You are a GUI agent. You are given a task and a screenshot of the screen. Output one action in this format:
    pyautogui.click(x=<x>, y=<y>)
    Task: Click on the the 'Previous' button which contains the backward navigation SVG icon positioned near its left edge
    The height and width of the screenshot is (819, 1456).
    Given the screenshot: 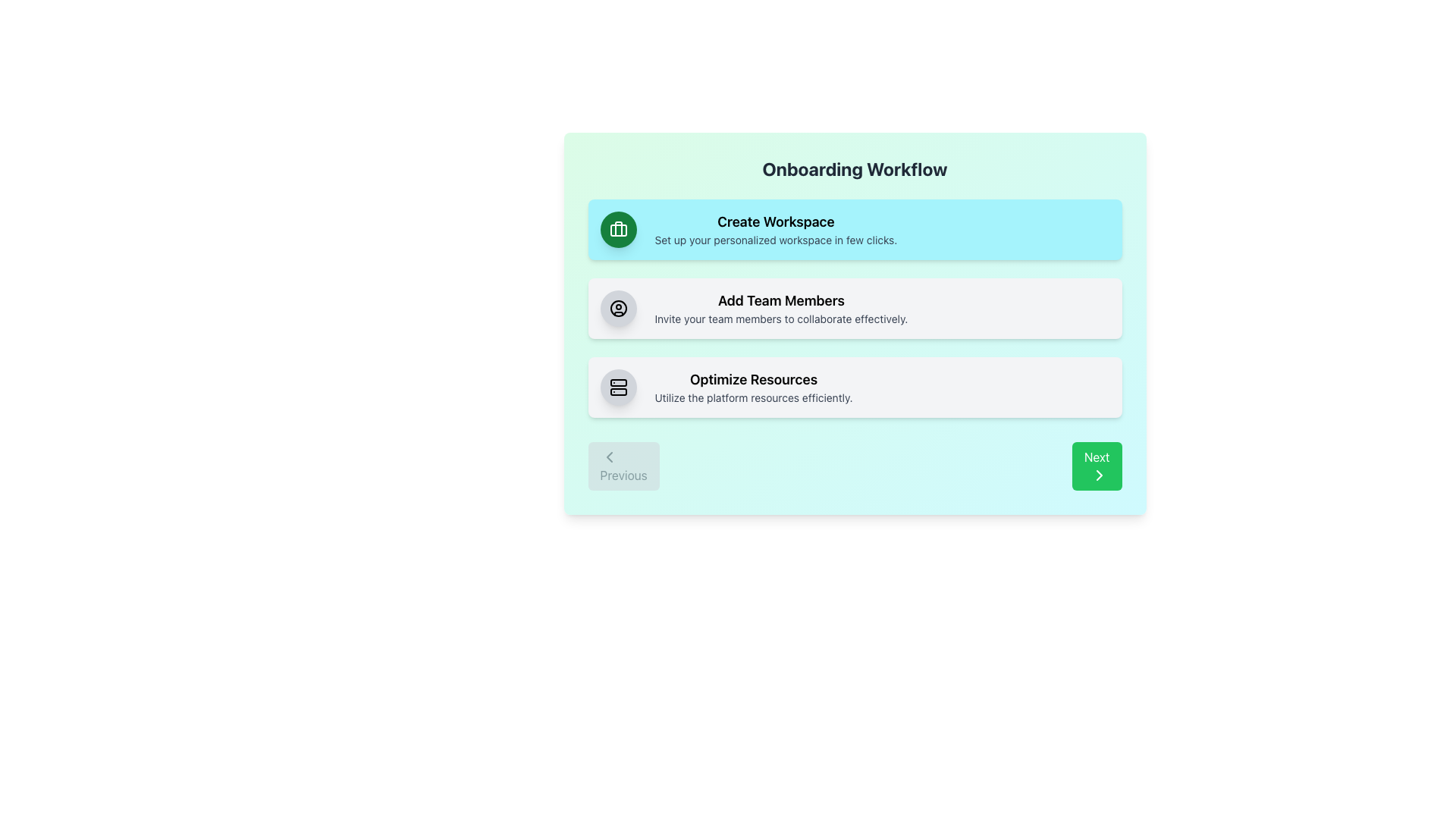 What is the action you would take?
    pyautogui.click(x=609, y=456)
    